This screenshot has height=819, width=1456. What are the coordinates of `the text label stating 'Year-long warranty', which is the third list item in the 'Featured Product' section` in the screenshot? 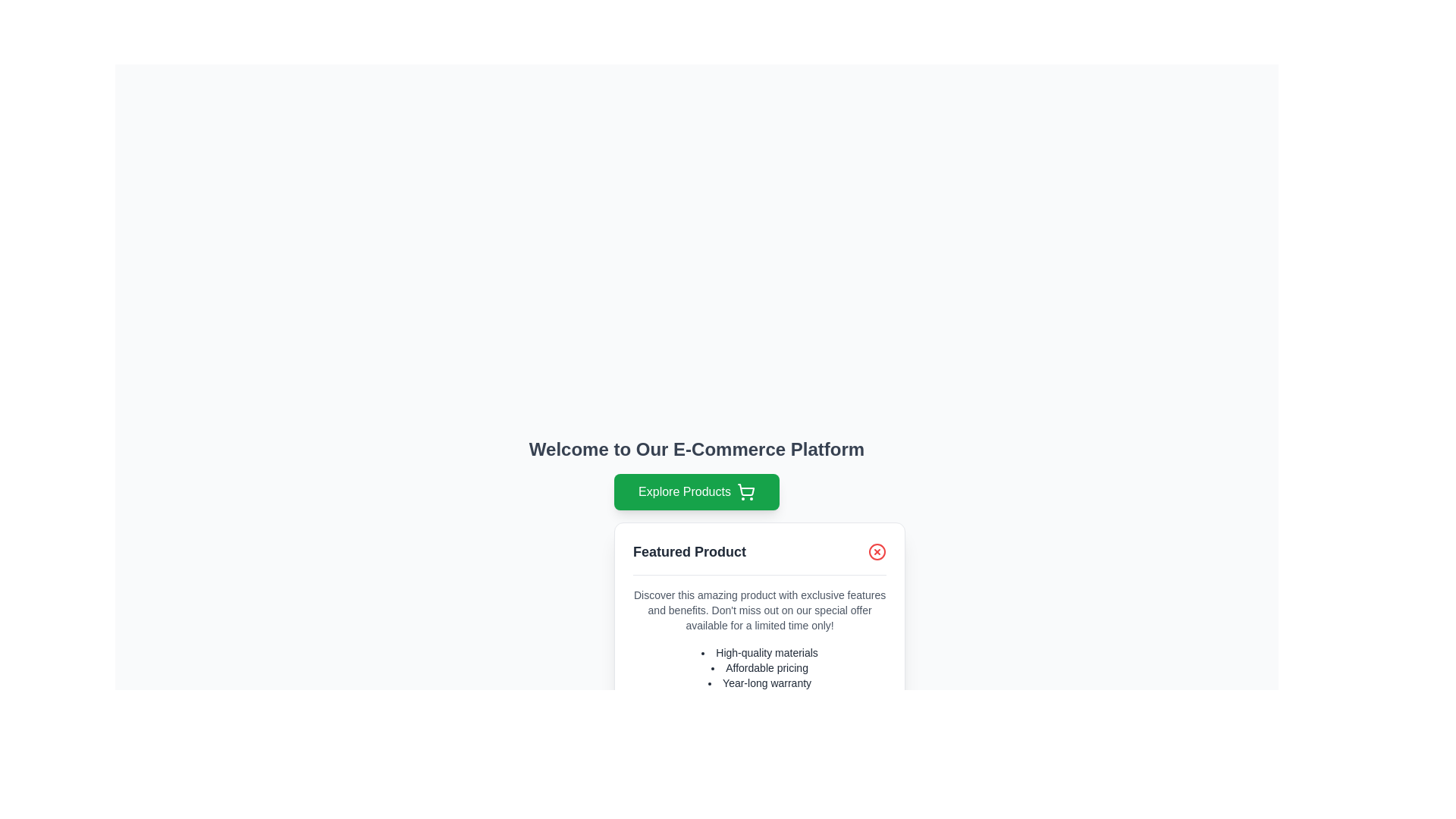 It's located at (760, 683).